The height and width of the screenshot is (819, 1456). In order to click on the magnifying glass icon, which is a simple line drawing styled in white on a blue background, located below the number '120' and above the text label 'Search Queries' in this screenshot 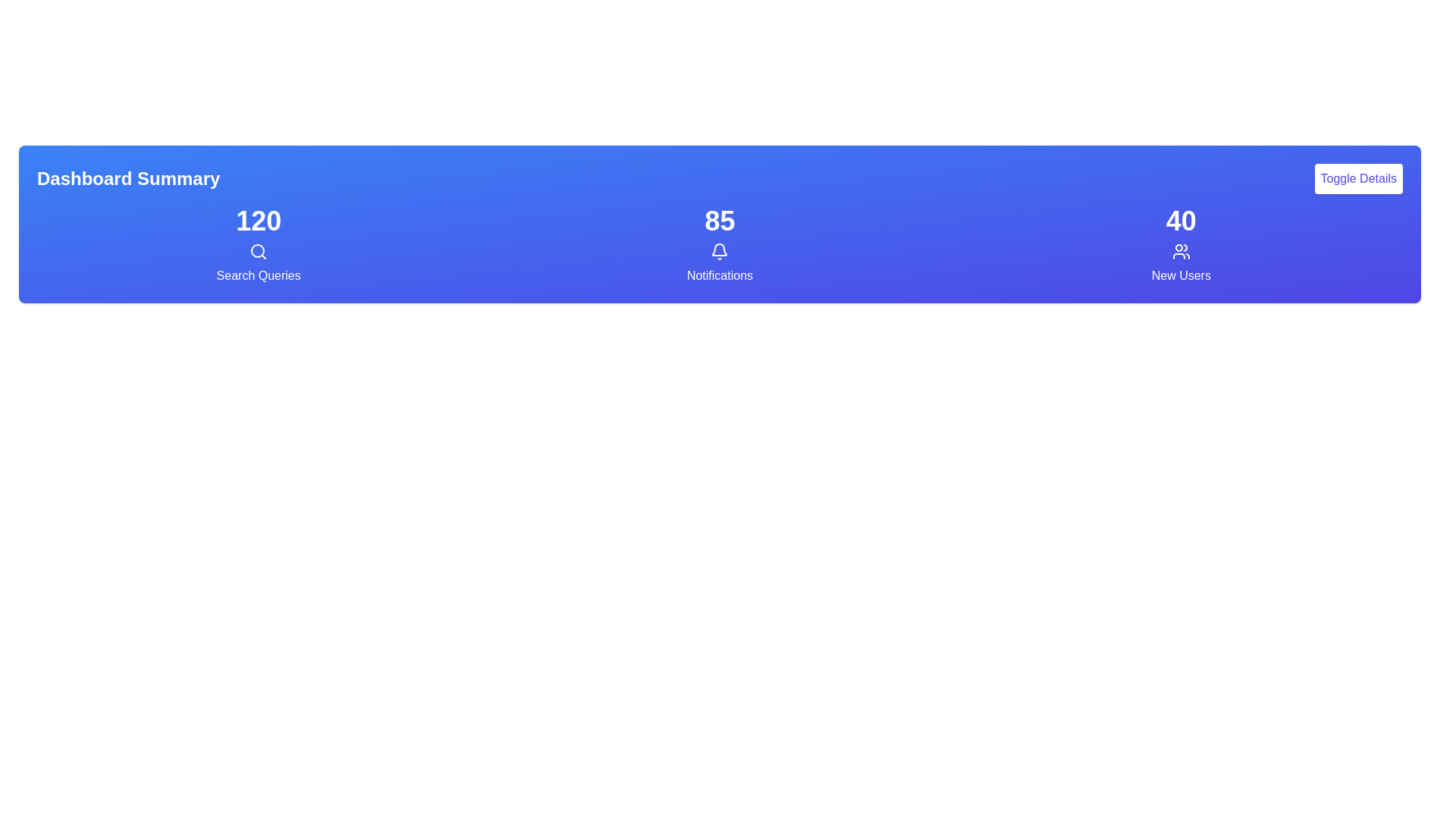, I will do `click(259, 250)`.